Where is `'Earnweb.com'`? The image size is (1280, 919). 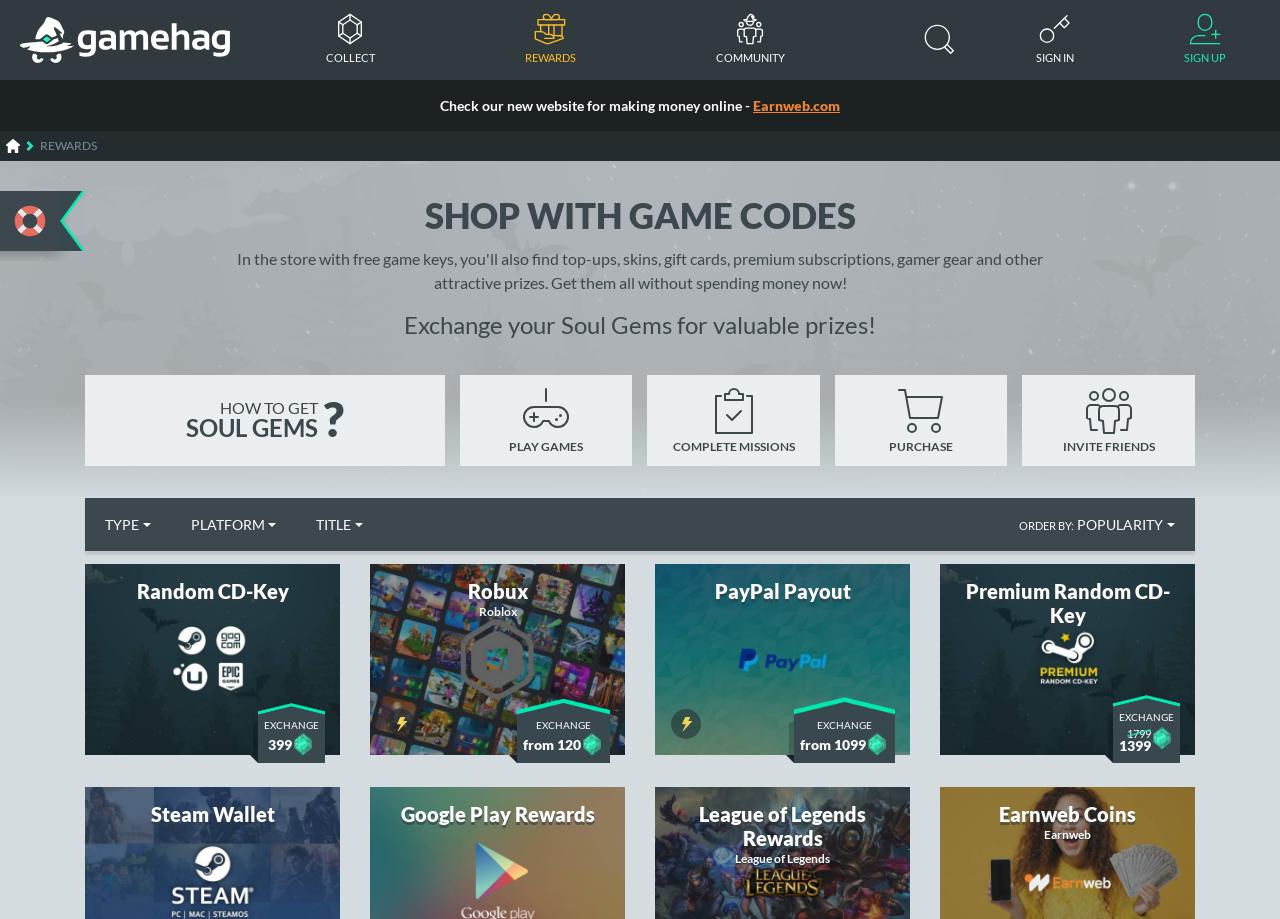 'Earnweb.com' is located at coordinates (795, 104).